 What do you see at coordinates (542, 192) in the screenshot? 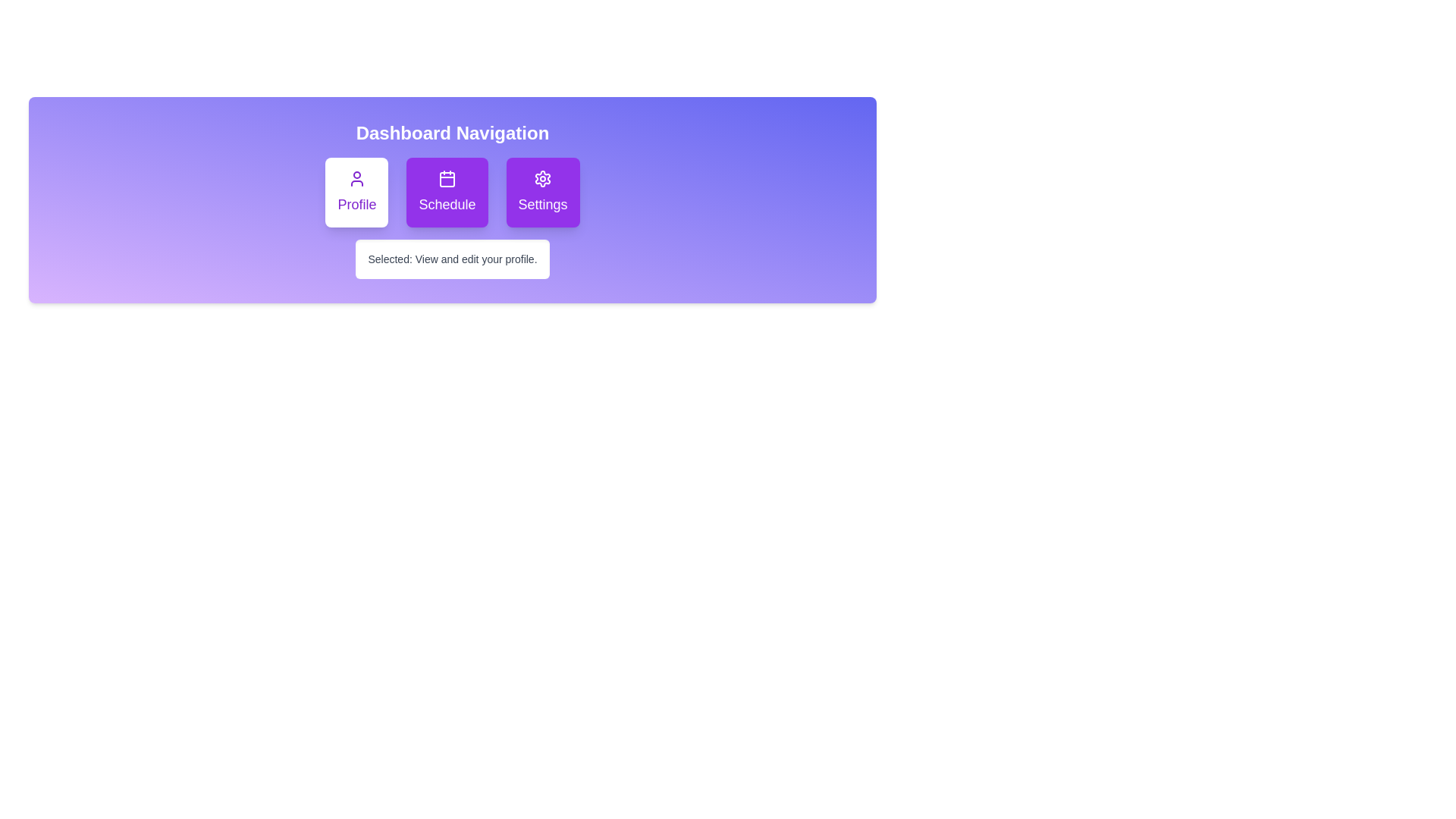
I see `the 'Settings' button, which is the rightmost button in a group of three buttons labeled 'Profile', 'Schedule', and 'Settings'` at bounding box center [542, 192].